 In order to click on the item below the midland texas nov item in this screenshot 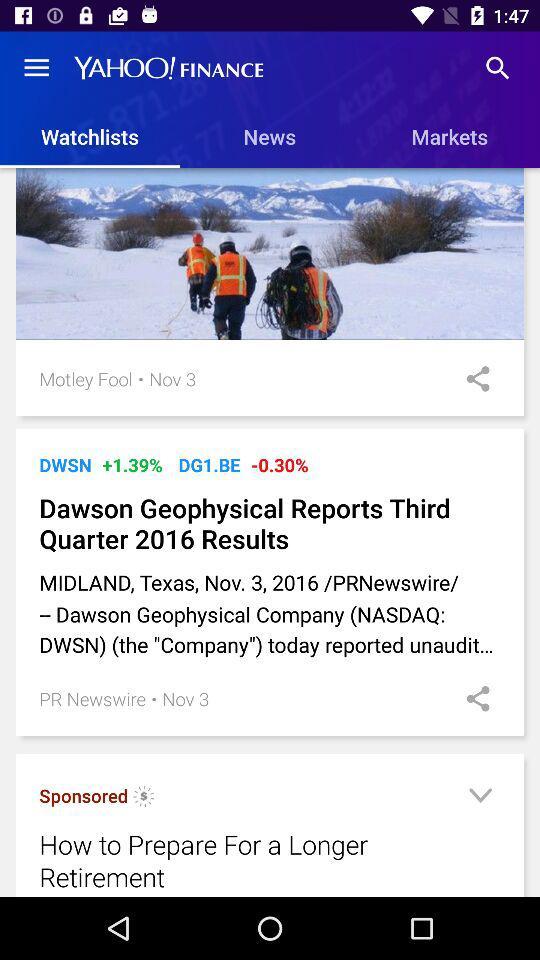, I will do `click(153, 698)`.